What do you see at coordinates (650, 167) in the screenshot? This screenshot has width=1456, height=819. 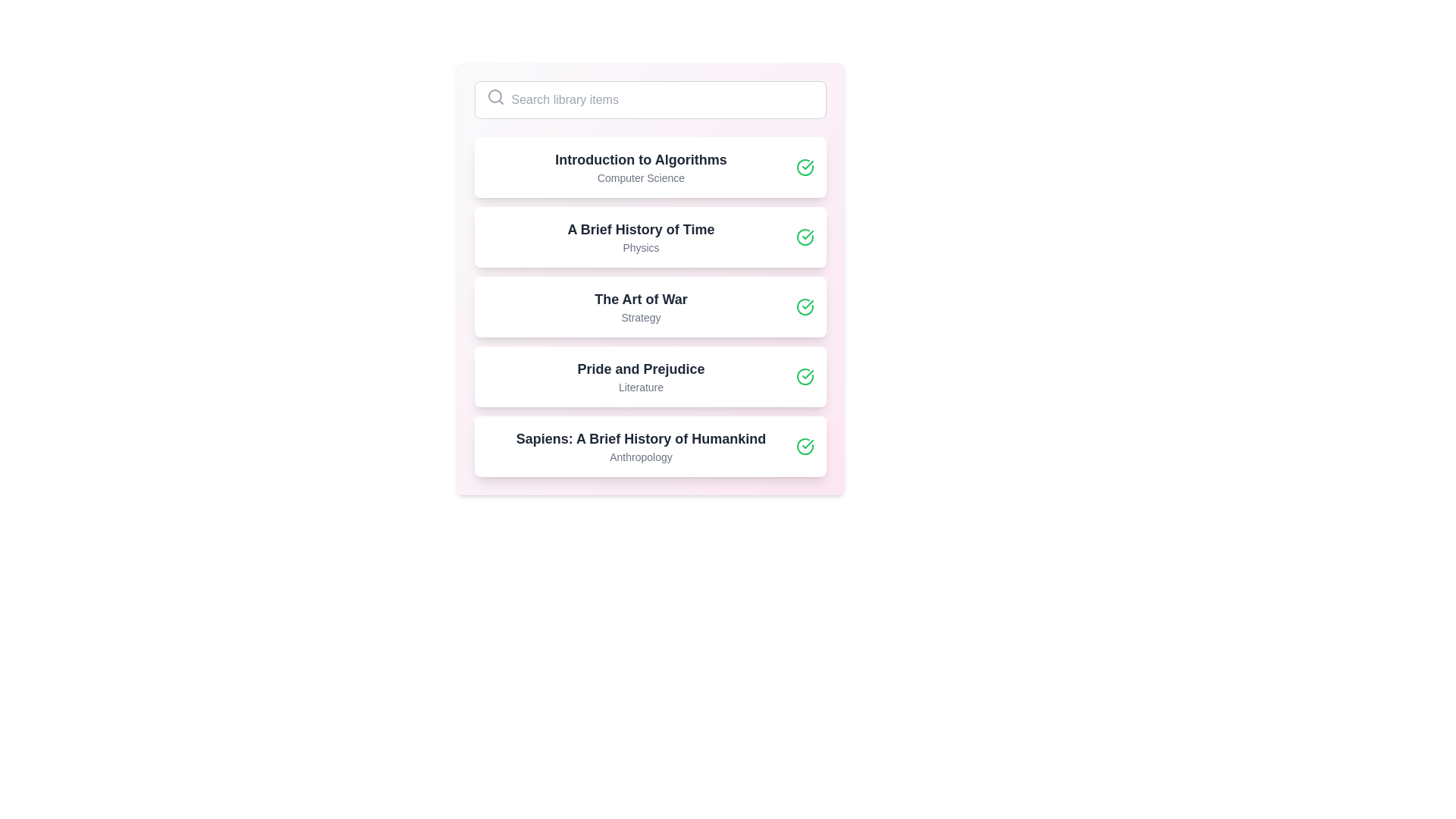 I see `the first list item titled 'Introduction to Algorithms' which has a green checkmark icon` at bounding box center [650, 167].